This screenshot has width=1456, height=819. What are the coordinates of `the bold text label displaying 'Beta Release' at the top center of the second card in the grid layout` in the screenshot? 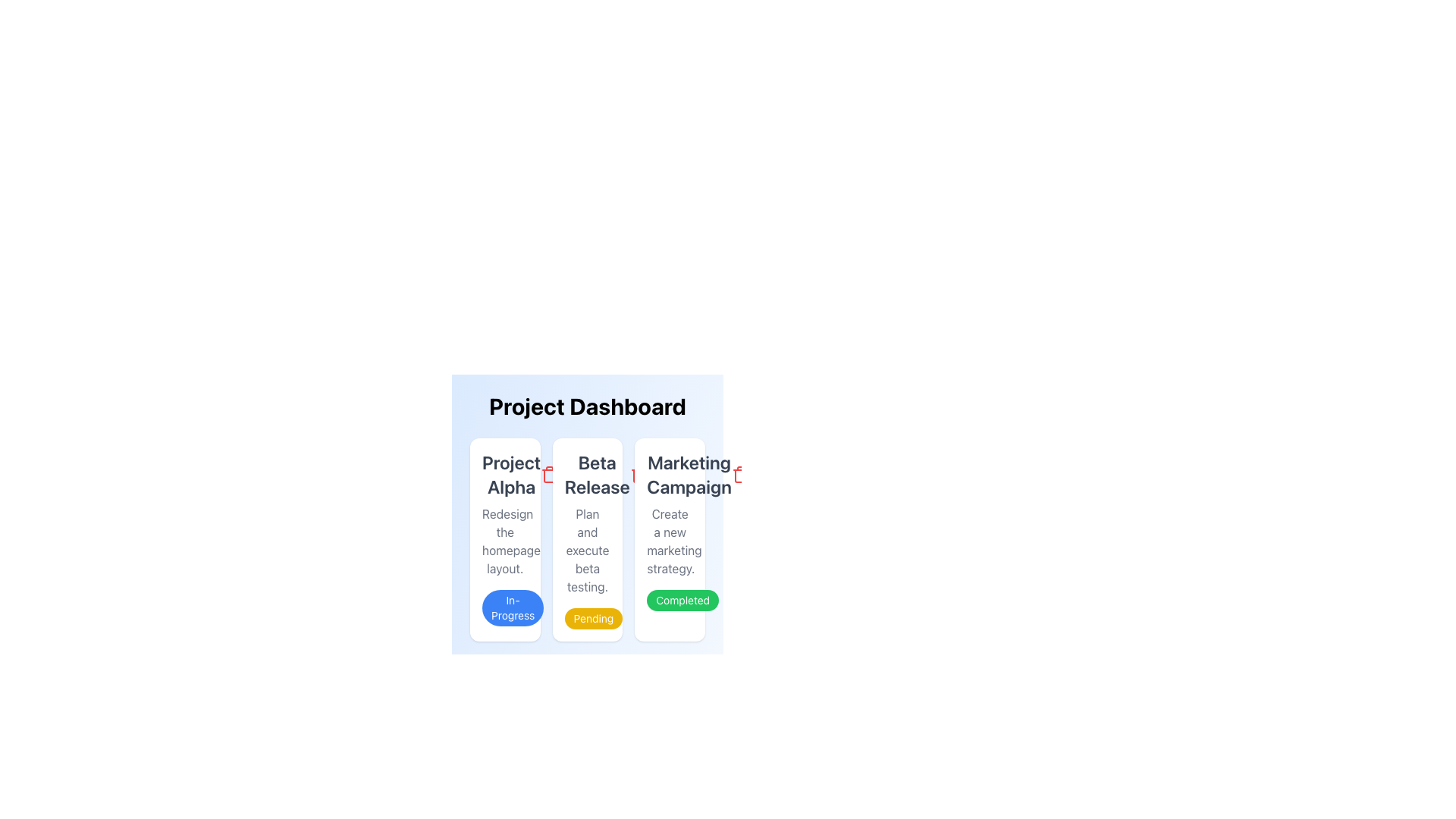 It's located at (586, 473).